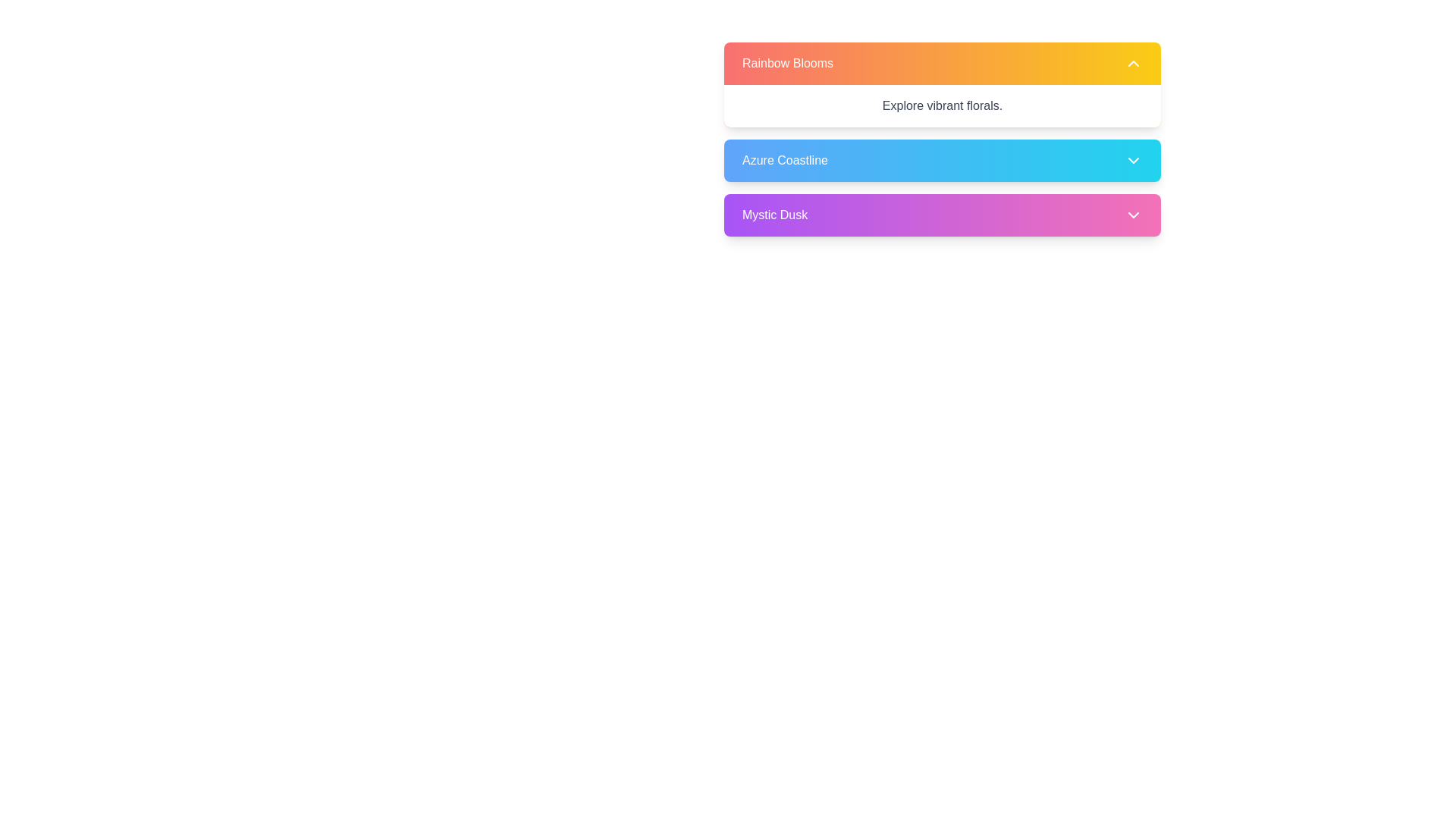 The image size is (1456, 819). I want to click on the non-interactive text label 'Azure Coastline' which is centrally aligned within a blue bar, positioned below 'Rainbow Blooms' and above 'Mystic Dusk', so click(785, 161).